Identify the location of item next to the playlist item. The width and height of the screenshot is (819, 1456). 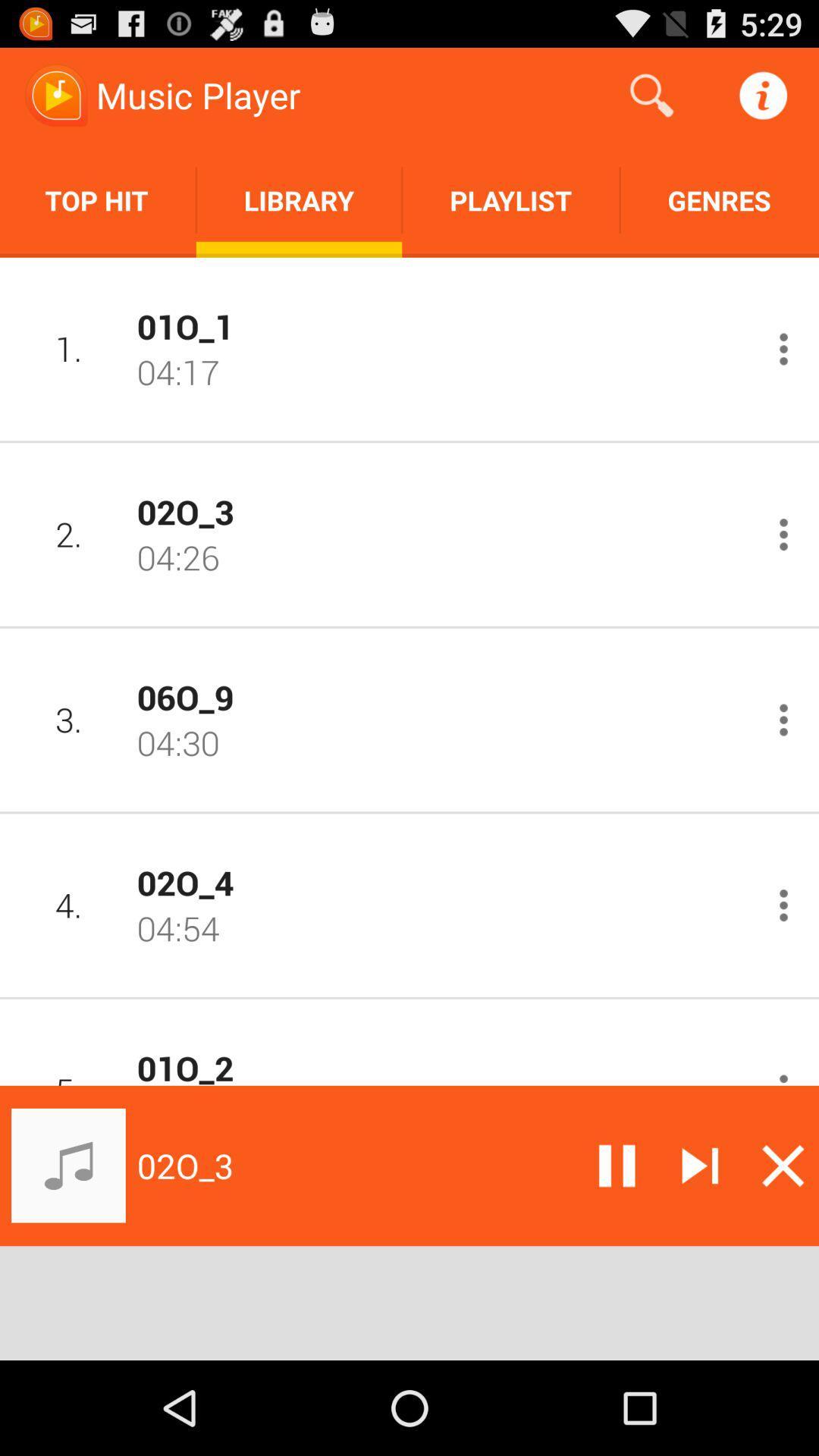
(718, 199).